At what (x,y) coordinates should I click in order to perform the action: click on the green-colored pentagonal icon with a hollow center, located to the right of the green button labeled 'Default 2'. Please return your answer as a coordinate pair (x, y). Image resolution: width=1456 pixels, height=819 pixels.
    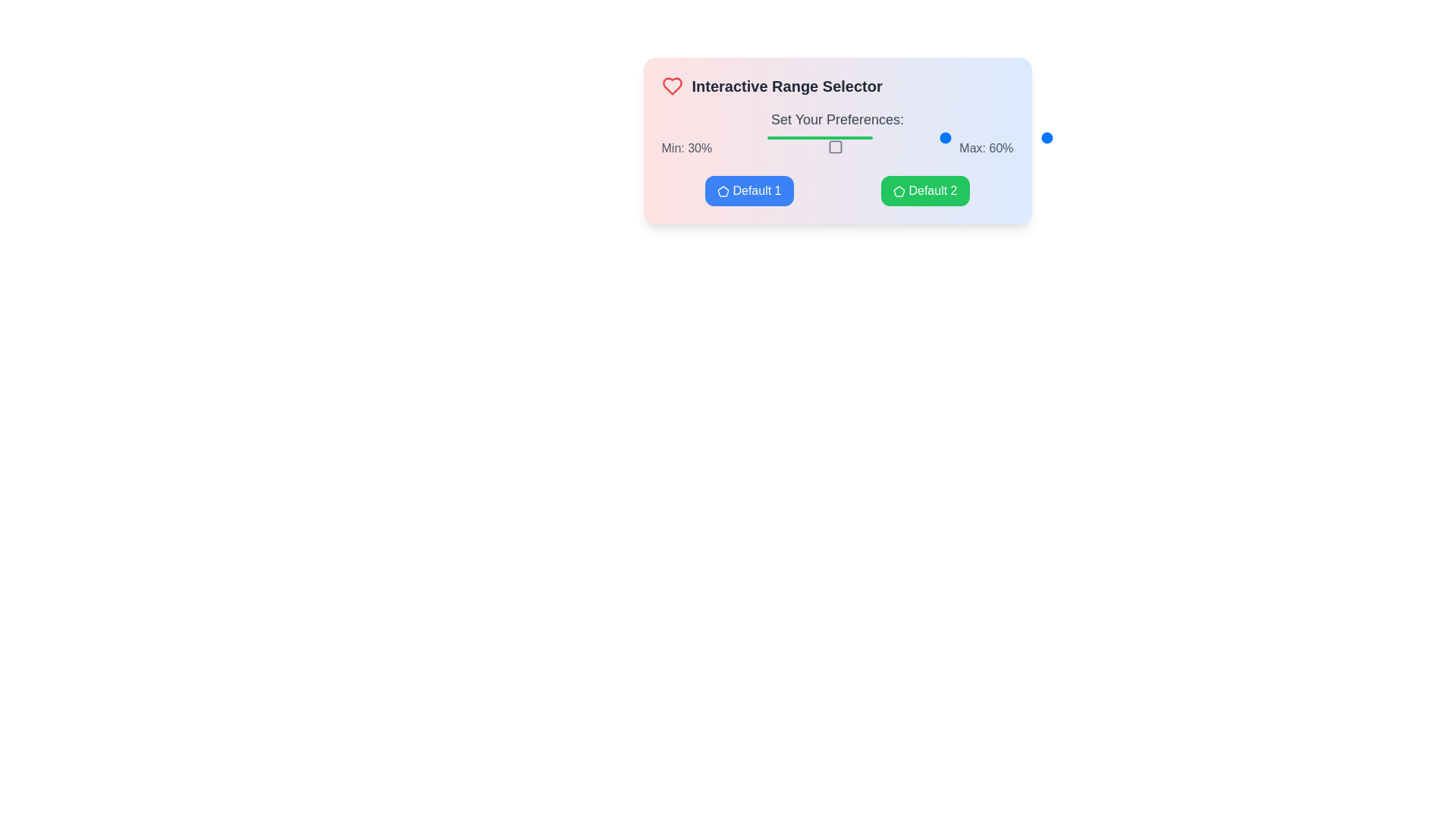
    Looking at the image, I should click on (899, 190).